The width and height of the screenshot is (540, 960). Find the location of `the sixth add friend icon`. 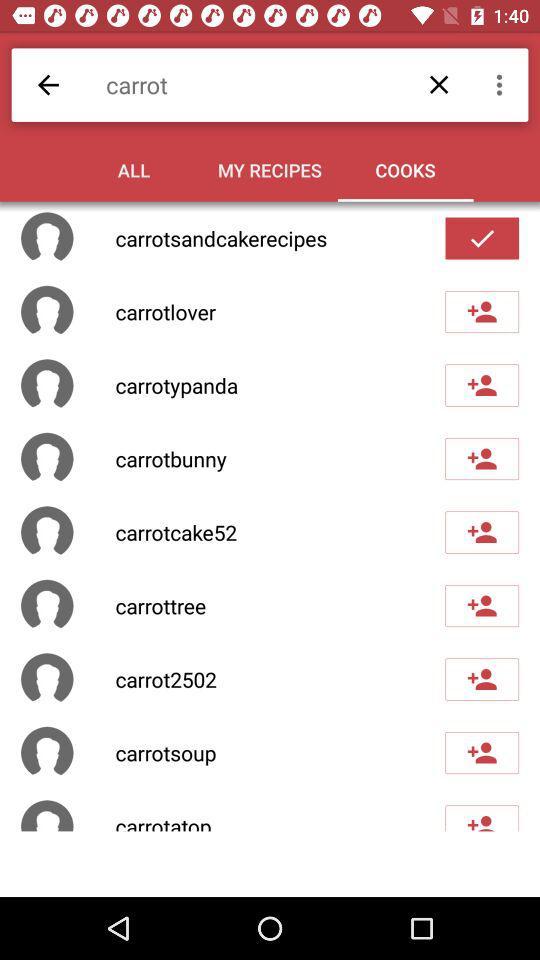

the sixth add friend icon is located at coordinates (481, 679).